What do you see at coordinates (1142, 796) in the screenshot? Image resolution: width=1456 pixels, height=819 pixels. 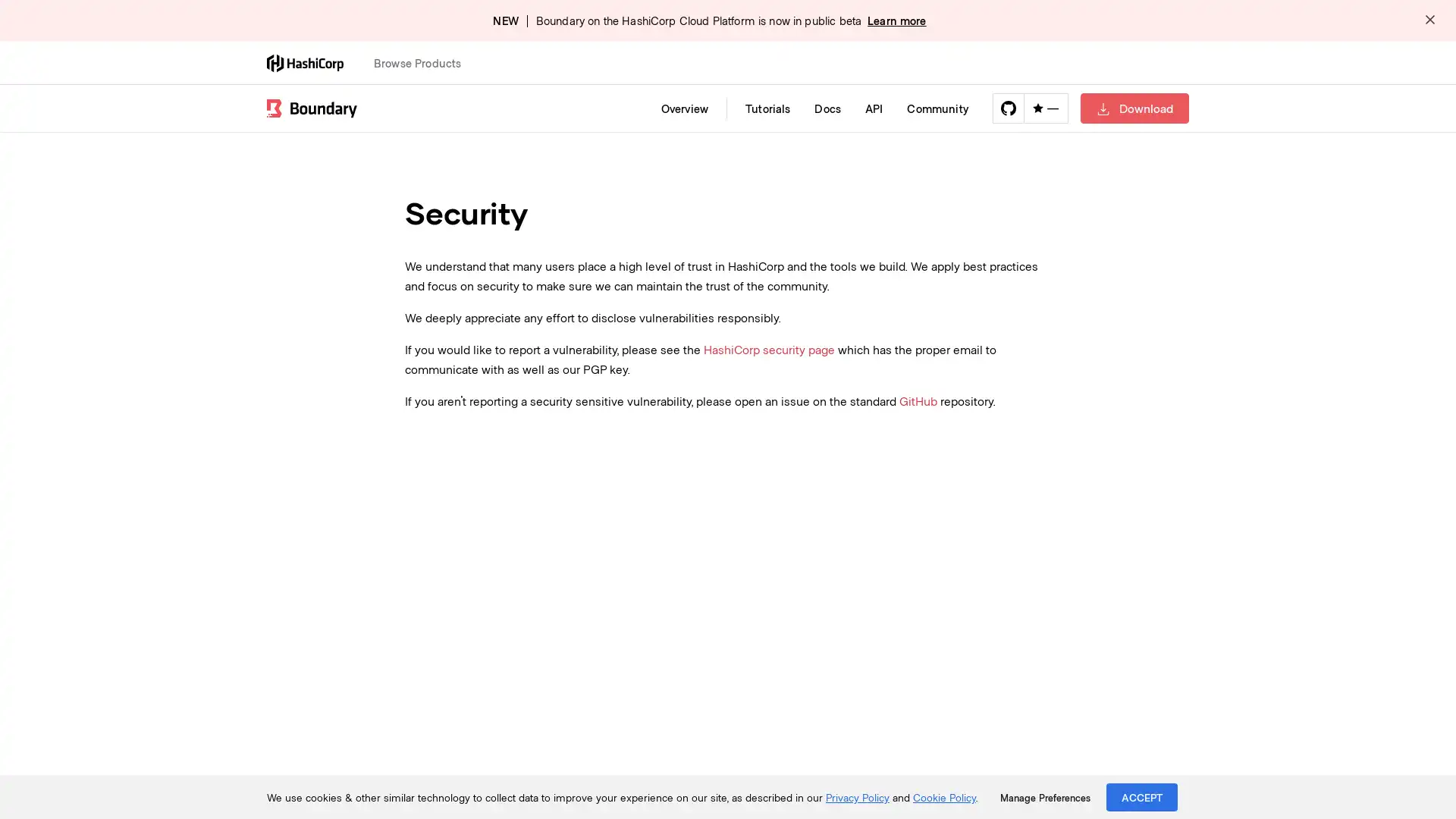 I see `ACCEPT` at bounding box center [1142, 796].